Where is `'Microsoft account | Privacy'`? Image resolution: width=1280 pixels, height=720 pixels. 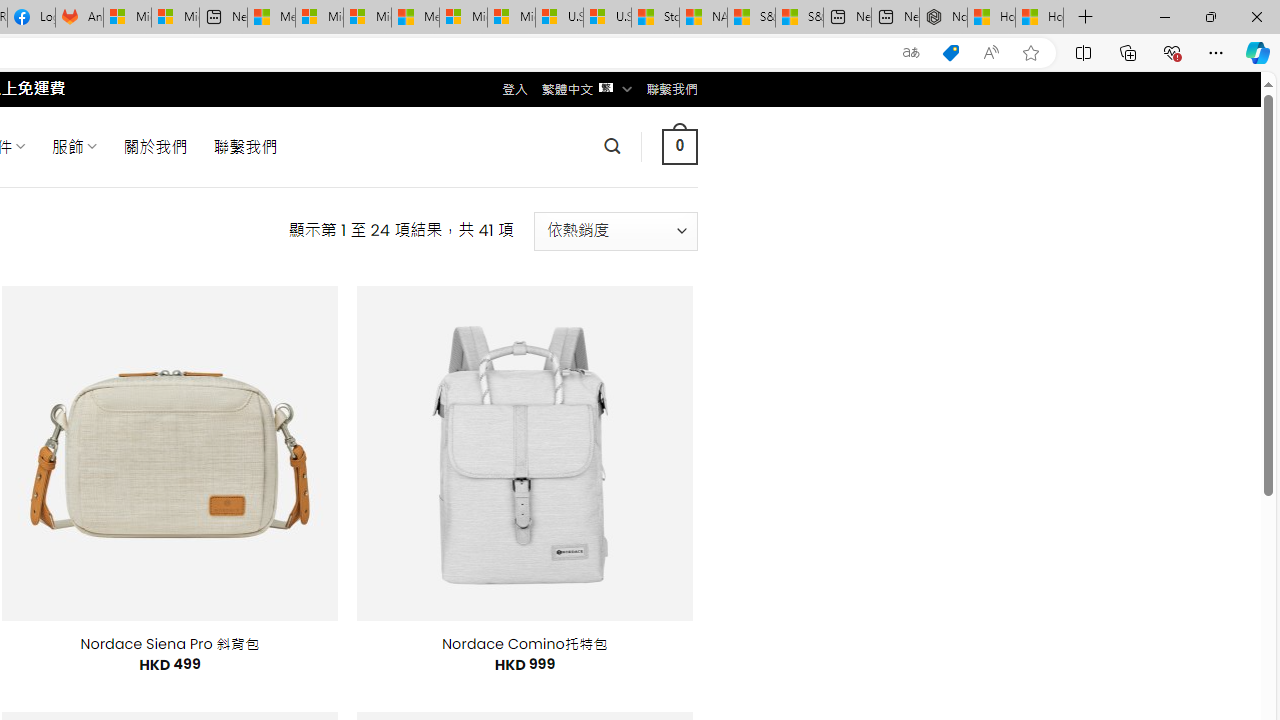 'Microsoft account | Privacy' is located at coordinates (318, 17).